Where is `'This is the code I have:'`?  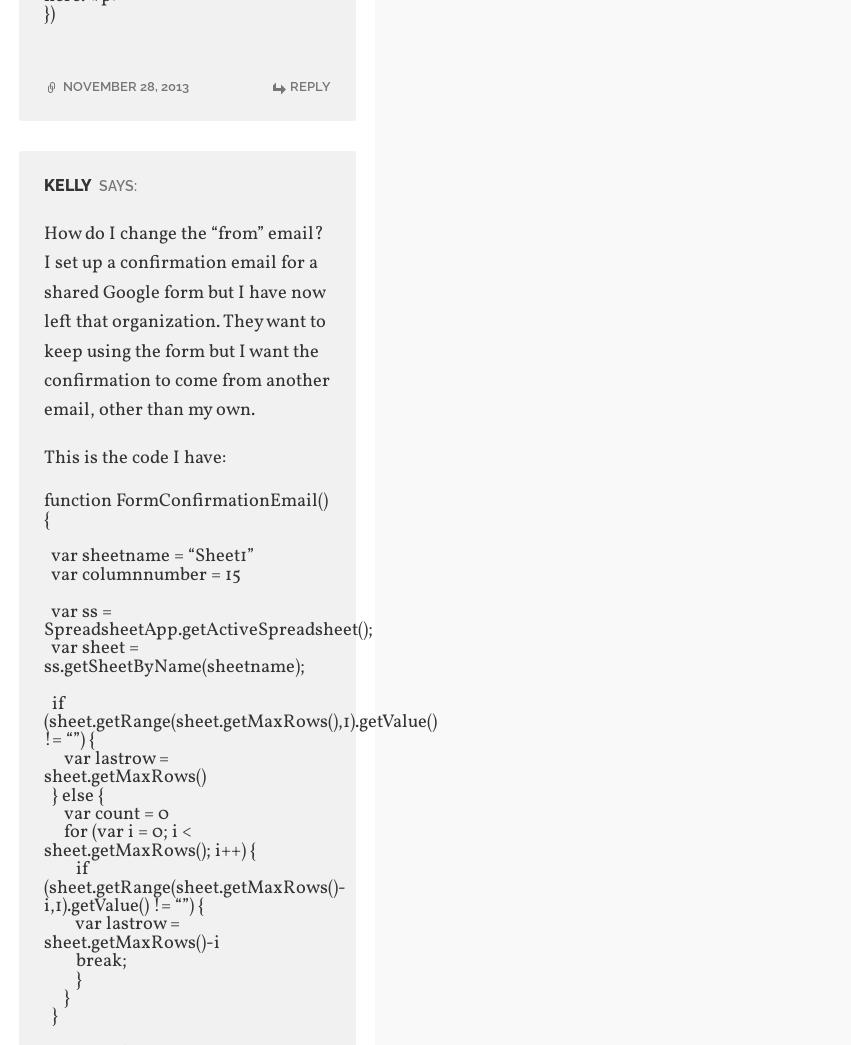
'This is the code I have:' is located at coordinates (134, 458).